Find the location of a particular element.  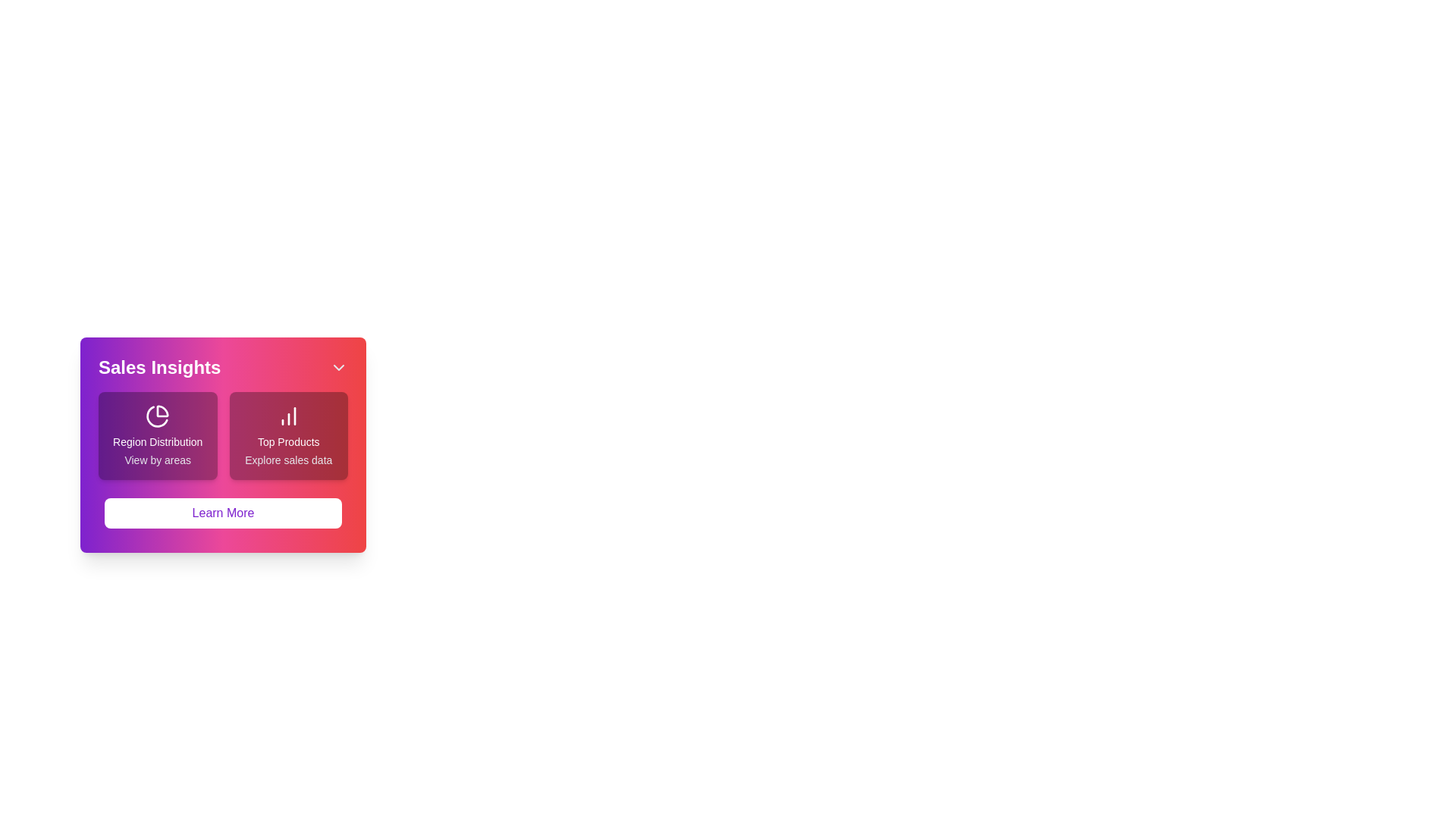

the Informational card in the top-right corner of the 'Sales Insights' section to view more data is located at coordinates (288, 435).